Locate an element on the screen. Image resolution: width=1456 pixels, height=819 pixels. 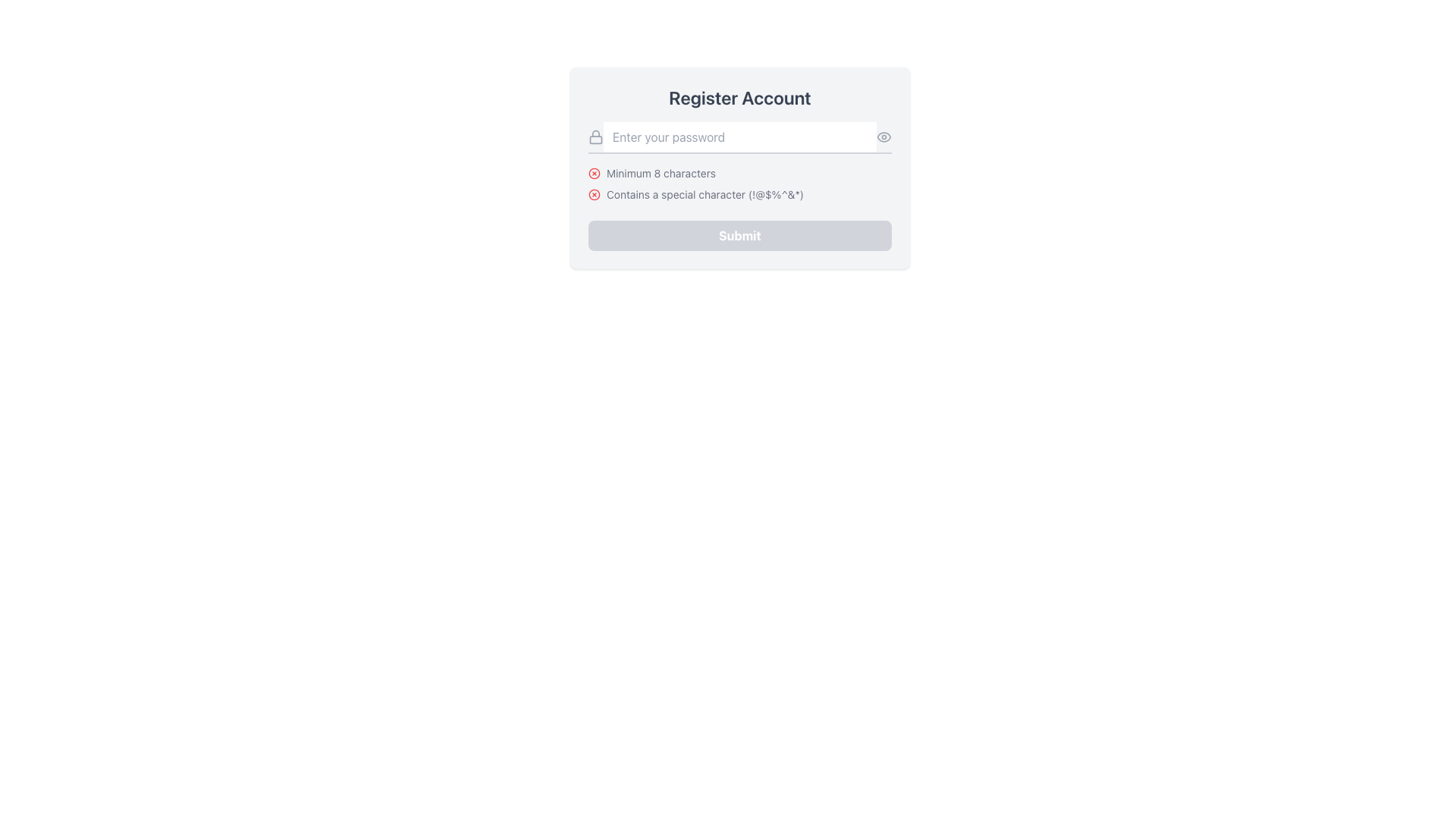
the 'Submit' button with rounded corners and a gray background is located at coordinates (739, 236).